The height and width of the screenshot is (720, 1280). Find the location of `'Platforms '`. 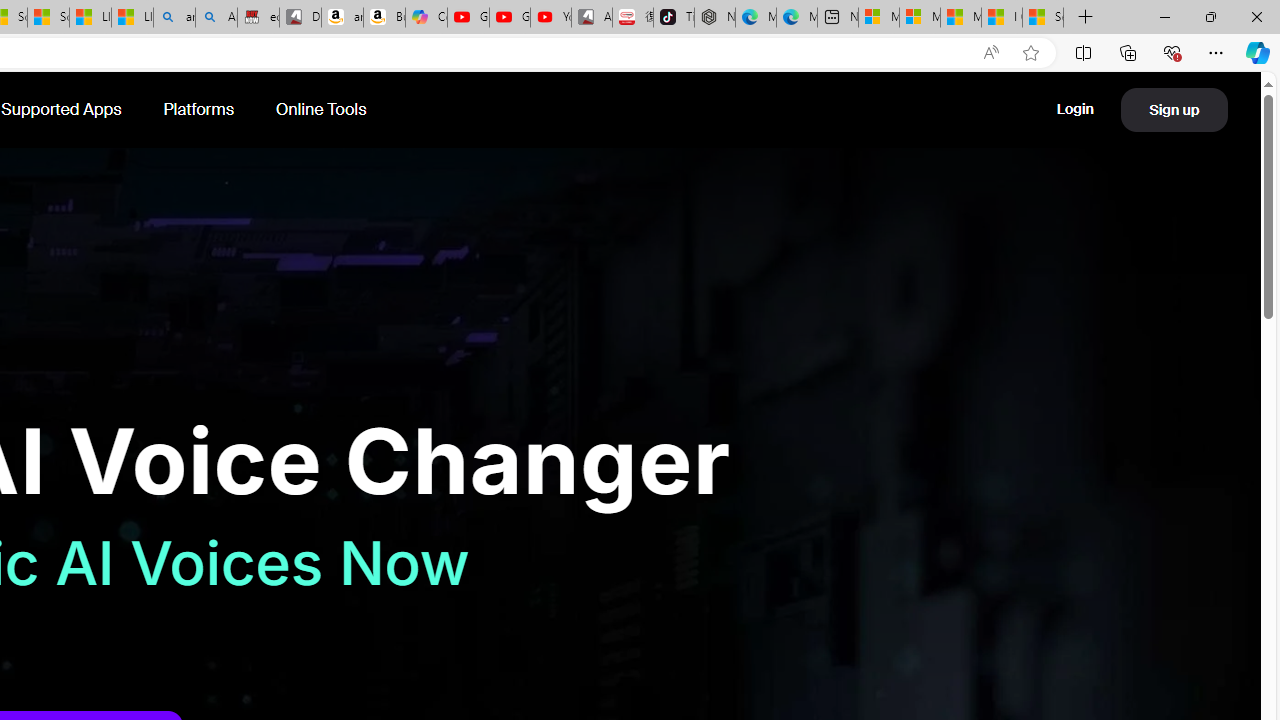

'Platforms ' is located at coordinates (200, 109).